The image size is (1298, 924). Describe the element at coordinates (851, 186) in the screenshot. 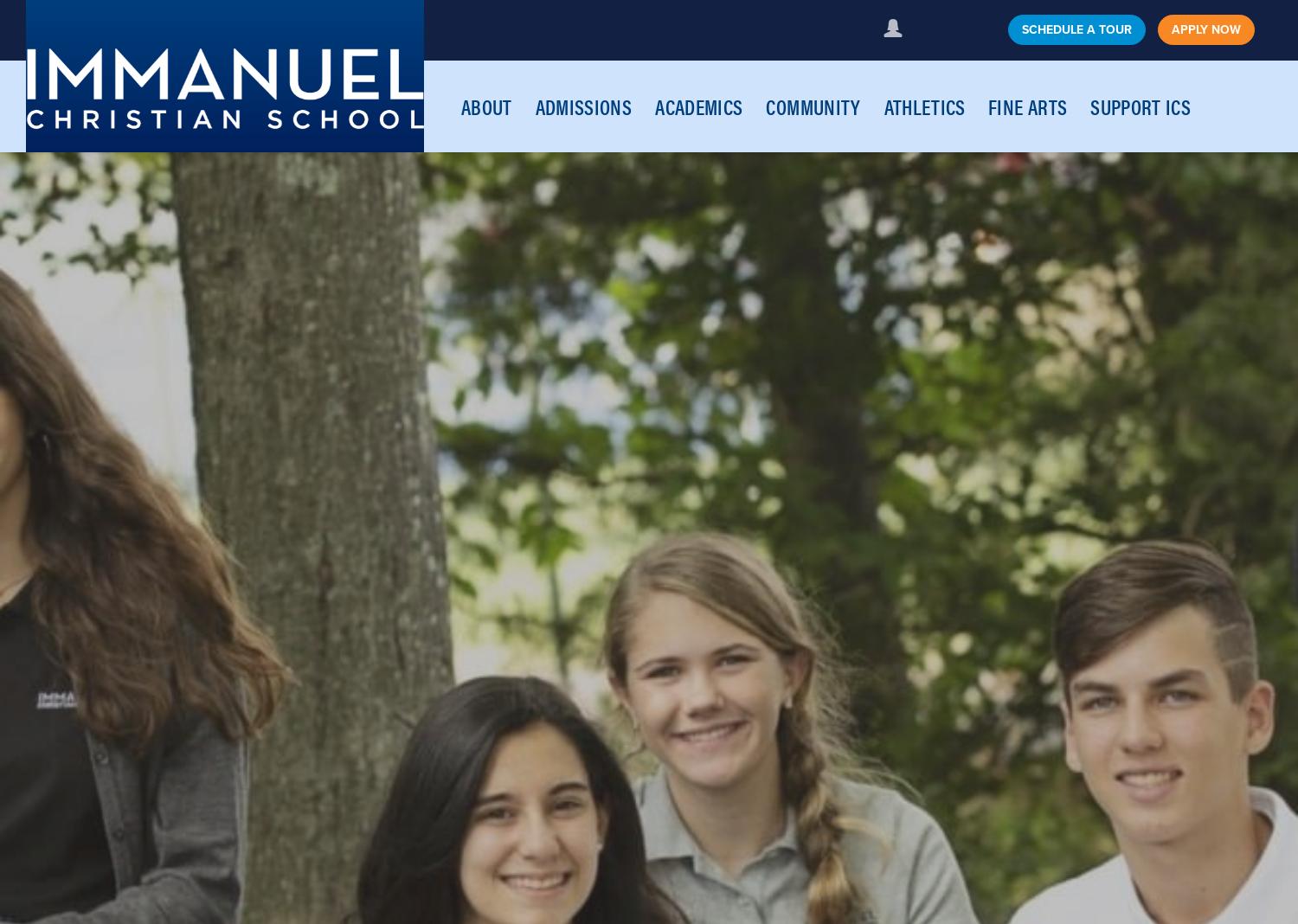

I see `'Leaving a Legacy'` at that location.